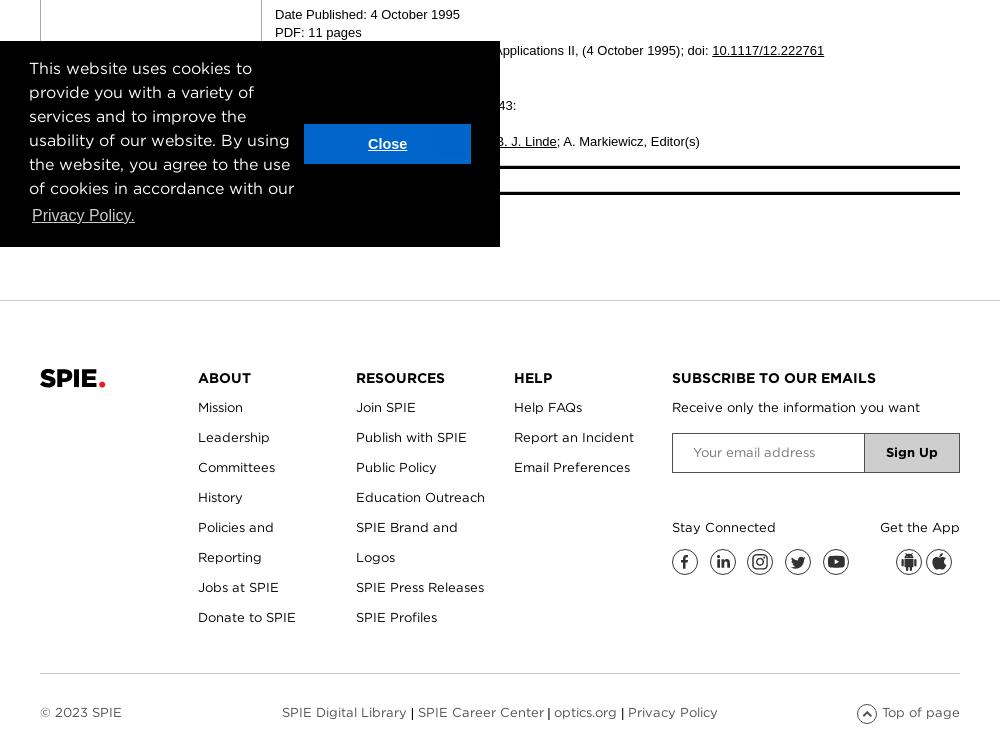 The width and height of the screenshot is (1000, 753). What do you see at coordinates (796, 405) in the screenshot?
I see `'Receive only the information you want'` at bounding box center [796, 405].